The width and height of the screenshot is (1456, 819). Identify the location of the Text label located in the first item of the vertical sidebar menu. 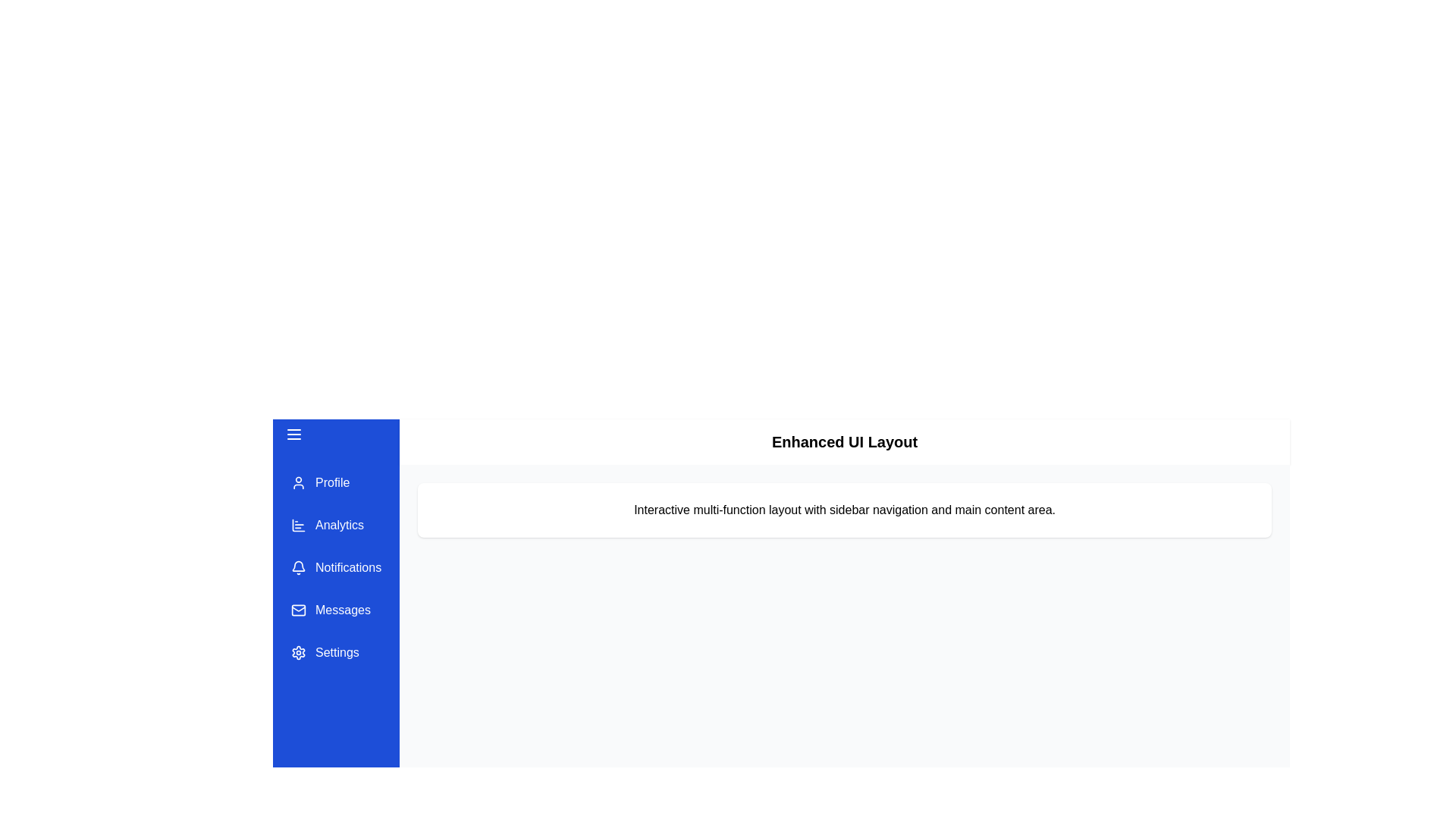
(331, 482).